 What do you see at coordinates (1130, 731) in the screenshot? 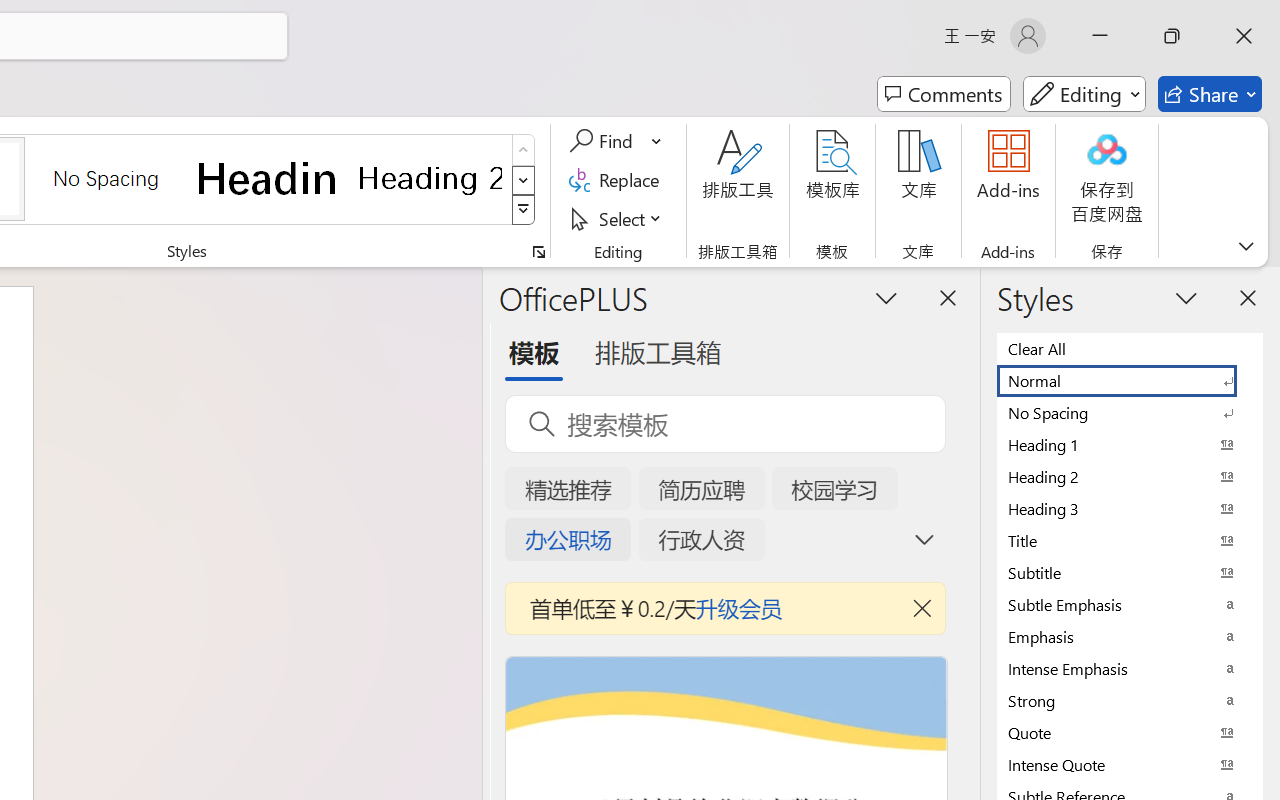
I see `'Quote'` at bounding box center [1130, 731].